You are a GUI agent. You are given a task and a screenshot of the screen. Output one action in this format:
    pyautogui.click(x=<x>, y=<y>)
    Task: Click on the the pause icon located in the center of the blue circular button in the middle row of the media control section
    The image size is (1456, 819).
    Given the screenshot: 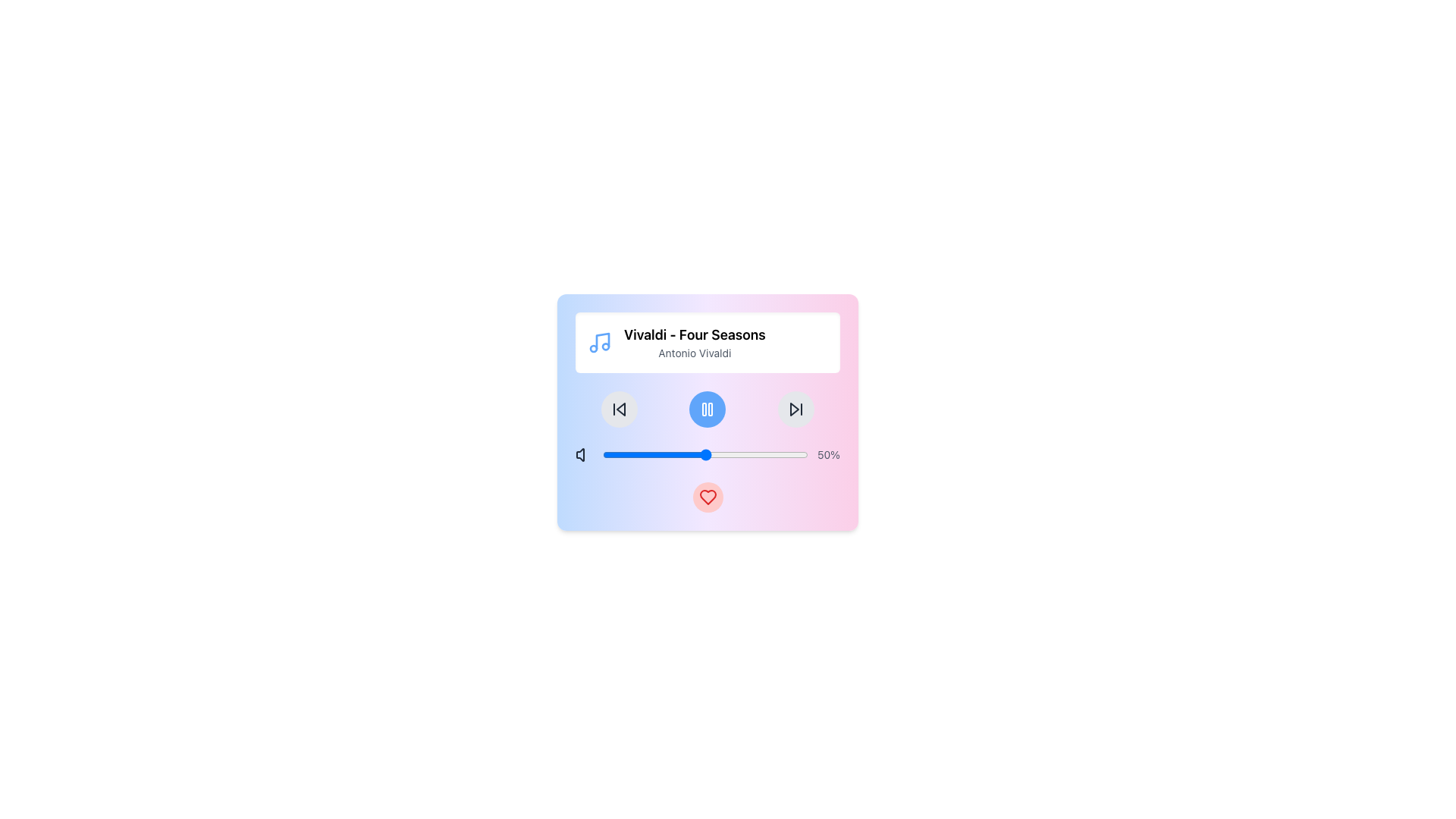 What is the action you would take?
    pyautogui.click(x=707, y=409)
    